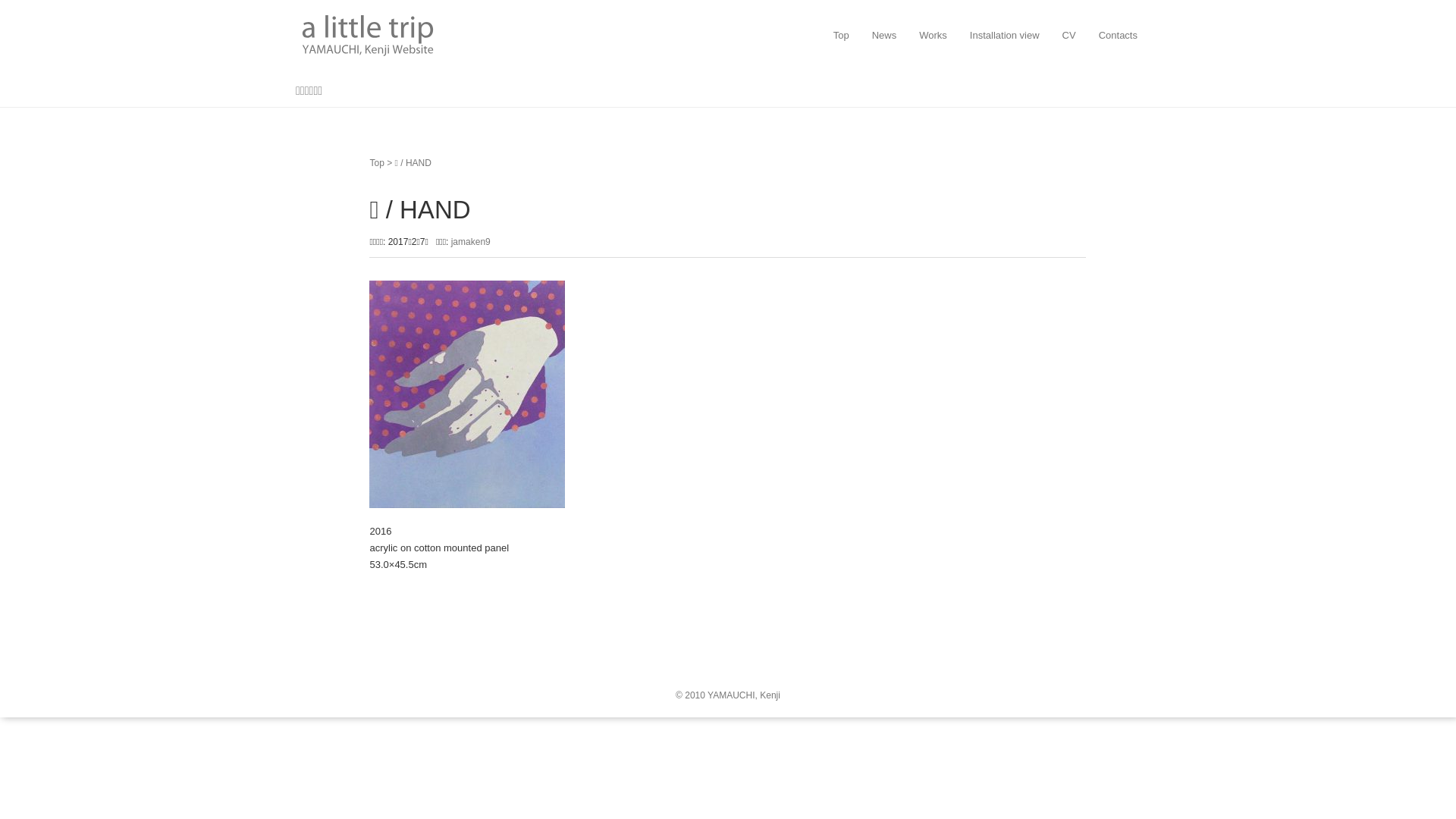 This screenshot has width=1456, height=819. What do you see at coordinates (324, 651) in the screenshot?
I see `'facebook'` at bounding box center [324, 651].